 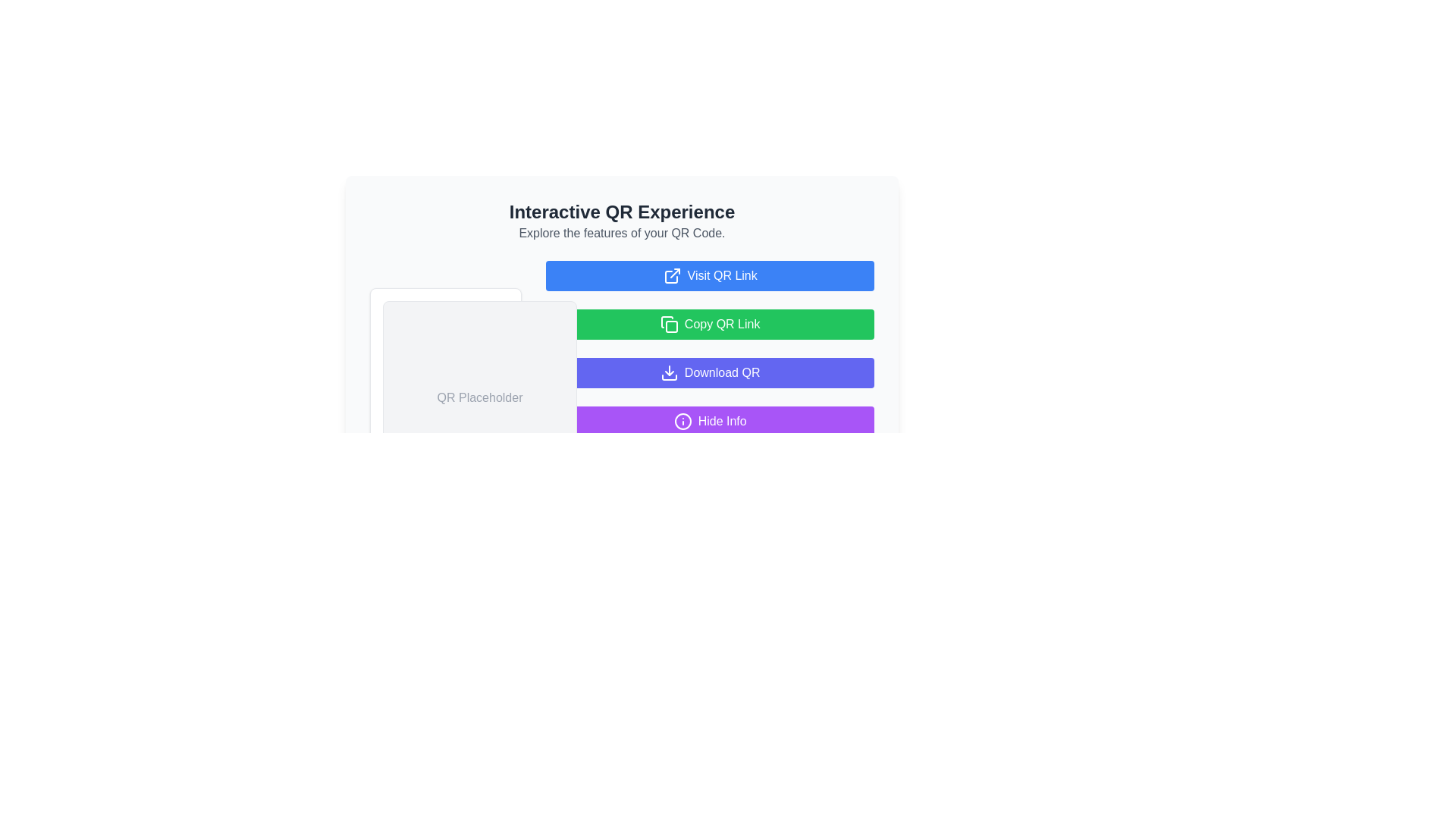 What do you see at coordinates (682, 421) in the screenshot?
I see `the informational icon located within the 'Hide Info' button at the bottom-right of the layout` at bounding box center [682, 421].